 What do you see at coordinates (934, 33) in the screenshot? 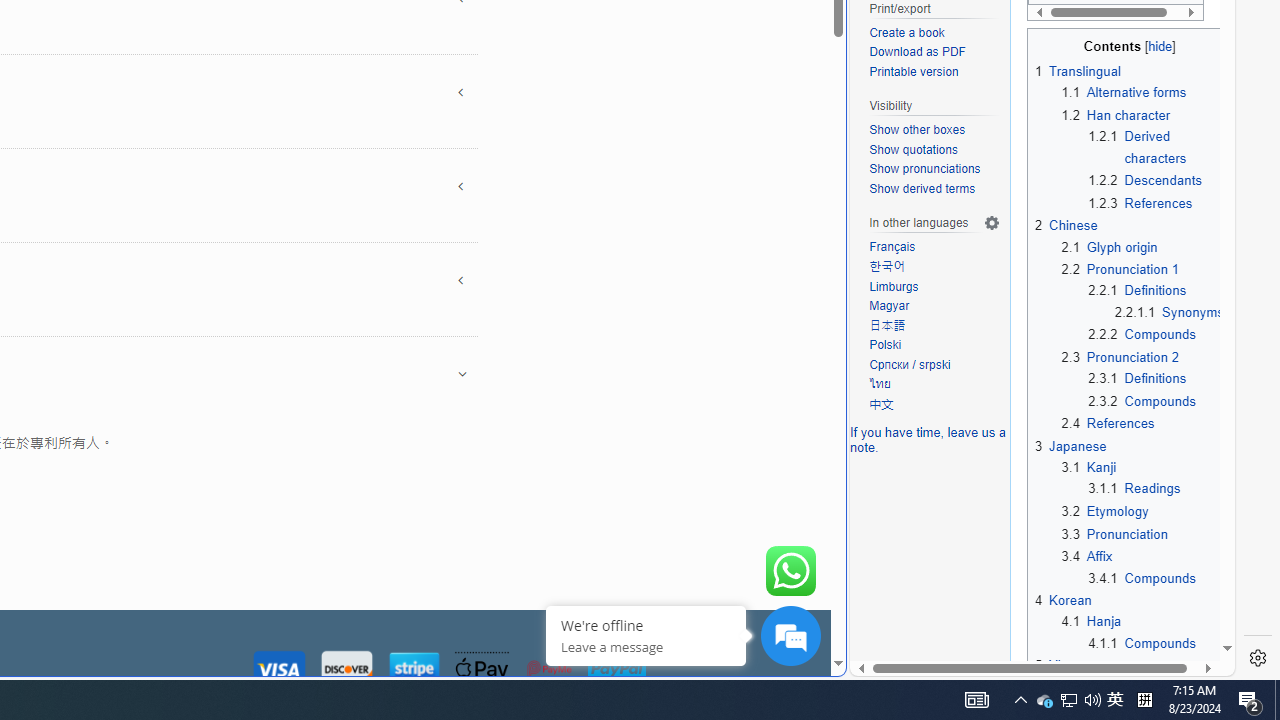
I see `'Create a book'` at bounding box center [934, 33].